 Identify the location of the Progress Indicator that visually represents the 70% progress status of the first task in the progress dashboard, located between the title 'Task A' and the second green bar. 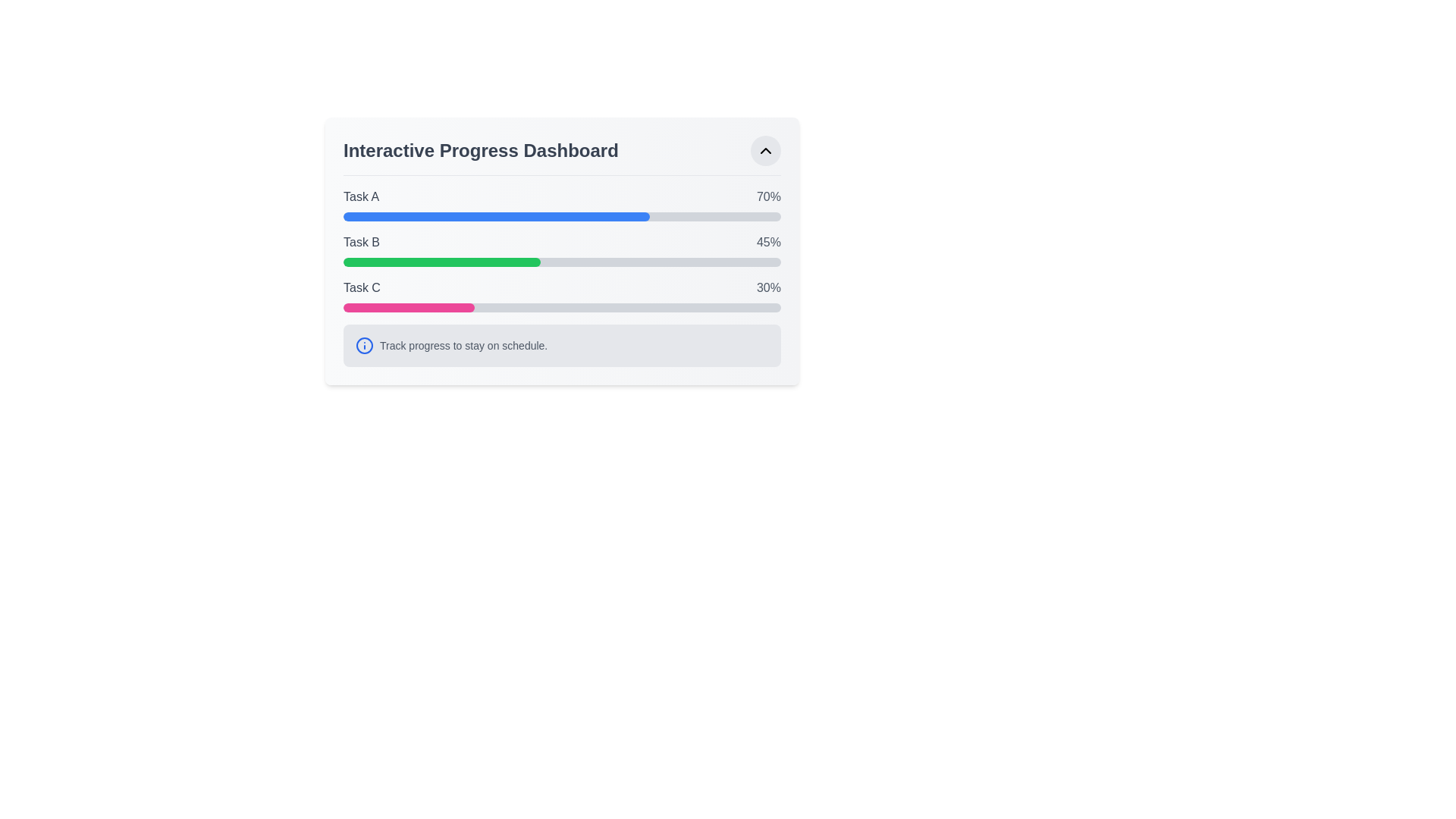
(496, 216).